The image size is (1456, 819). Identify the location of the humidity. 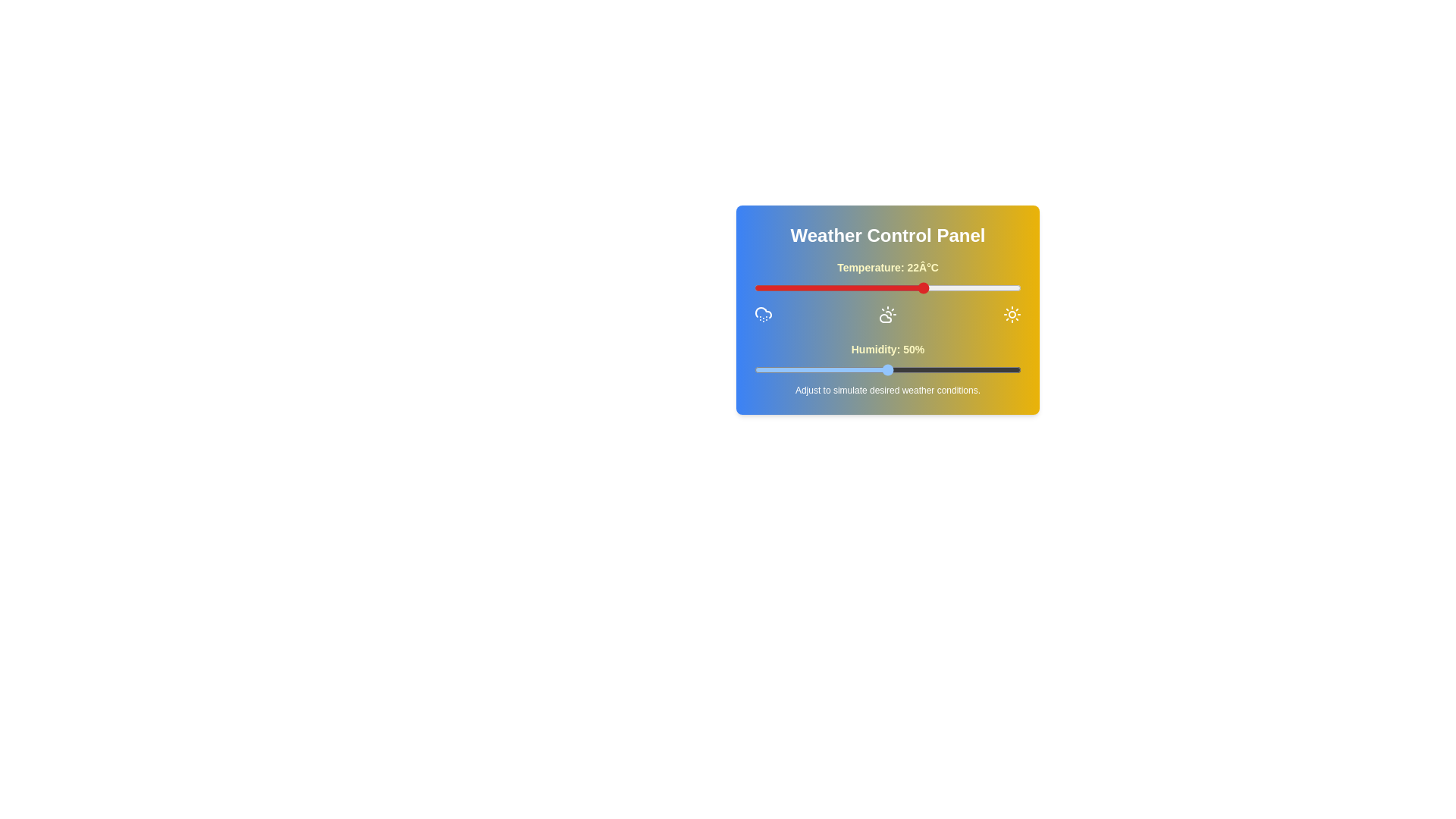
(762, 370).